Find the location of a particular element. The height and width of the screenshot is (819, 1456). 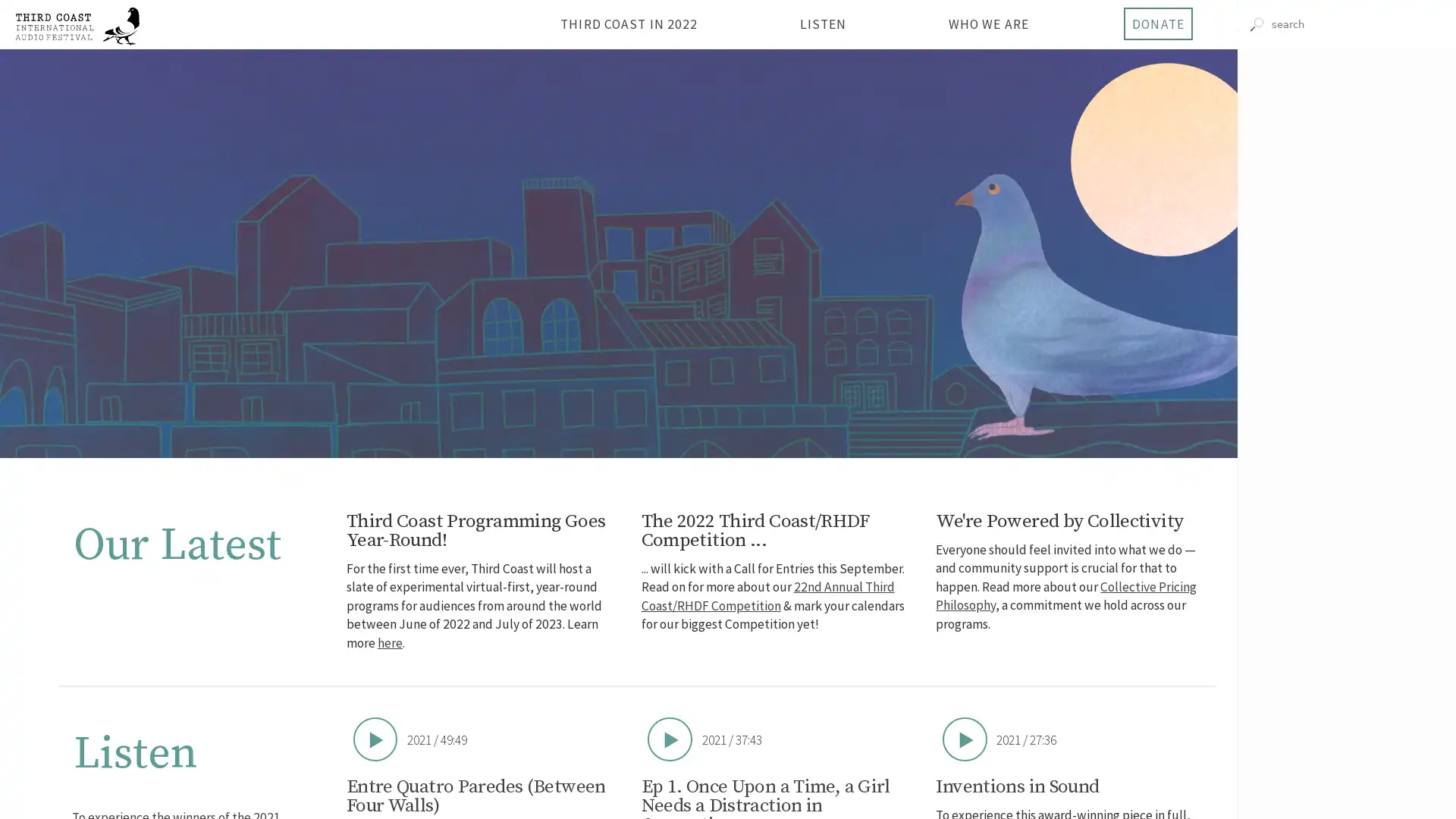

Play Now is located at coordinates (375, 738).